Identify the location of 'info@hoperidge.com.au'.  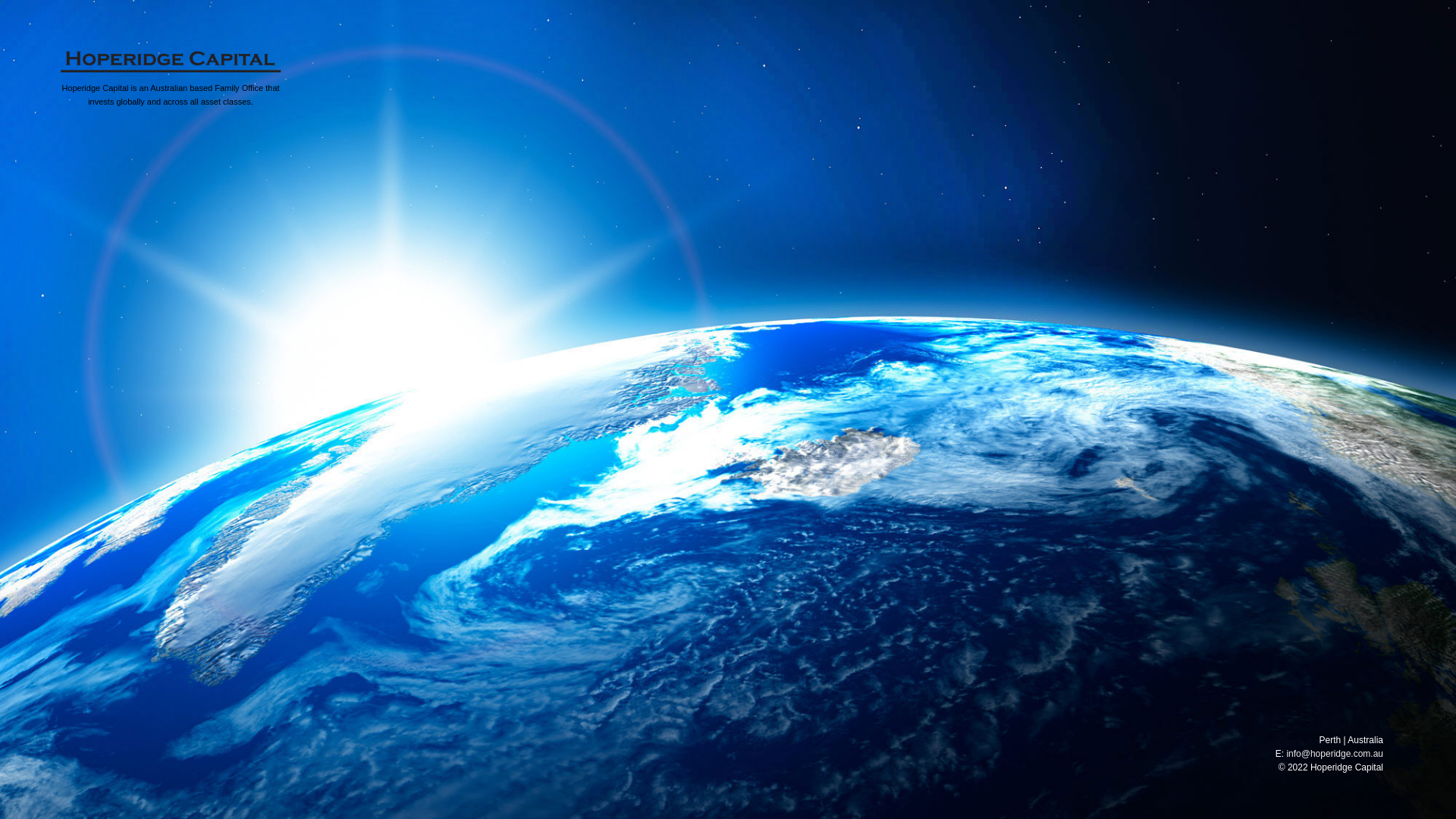
(1335, 754).